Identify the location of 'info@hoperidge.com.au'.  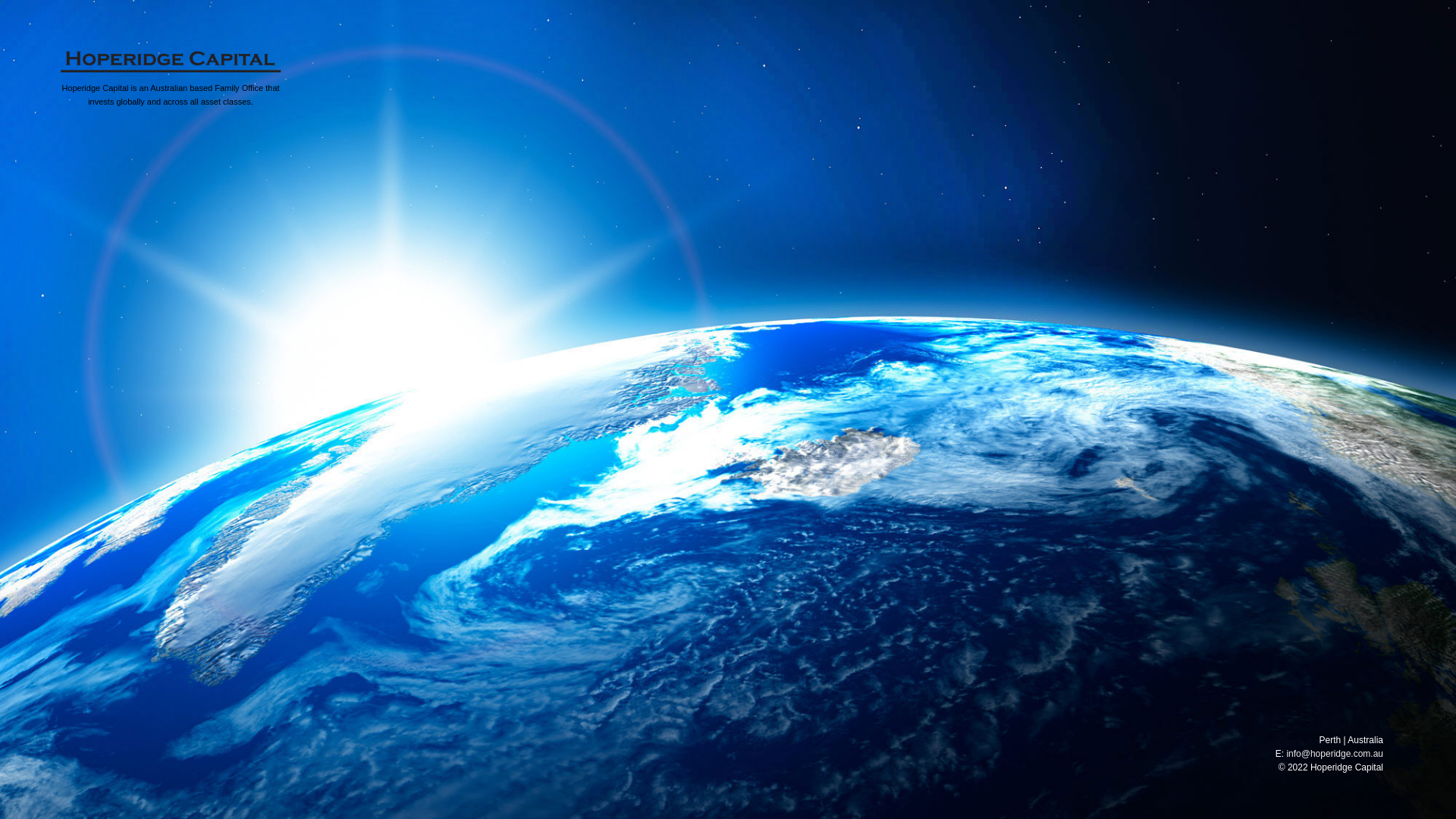
(1335, 754).